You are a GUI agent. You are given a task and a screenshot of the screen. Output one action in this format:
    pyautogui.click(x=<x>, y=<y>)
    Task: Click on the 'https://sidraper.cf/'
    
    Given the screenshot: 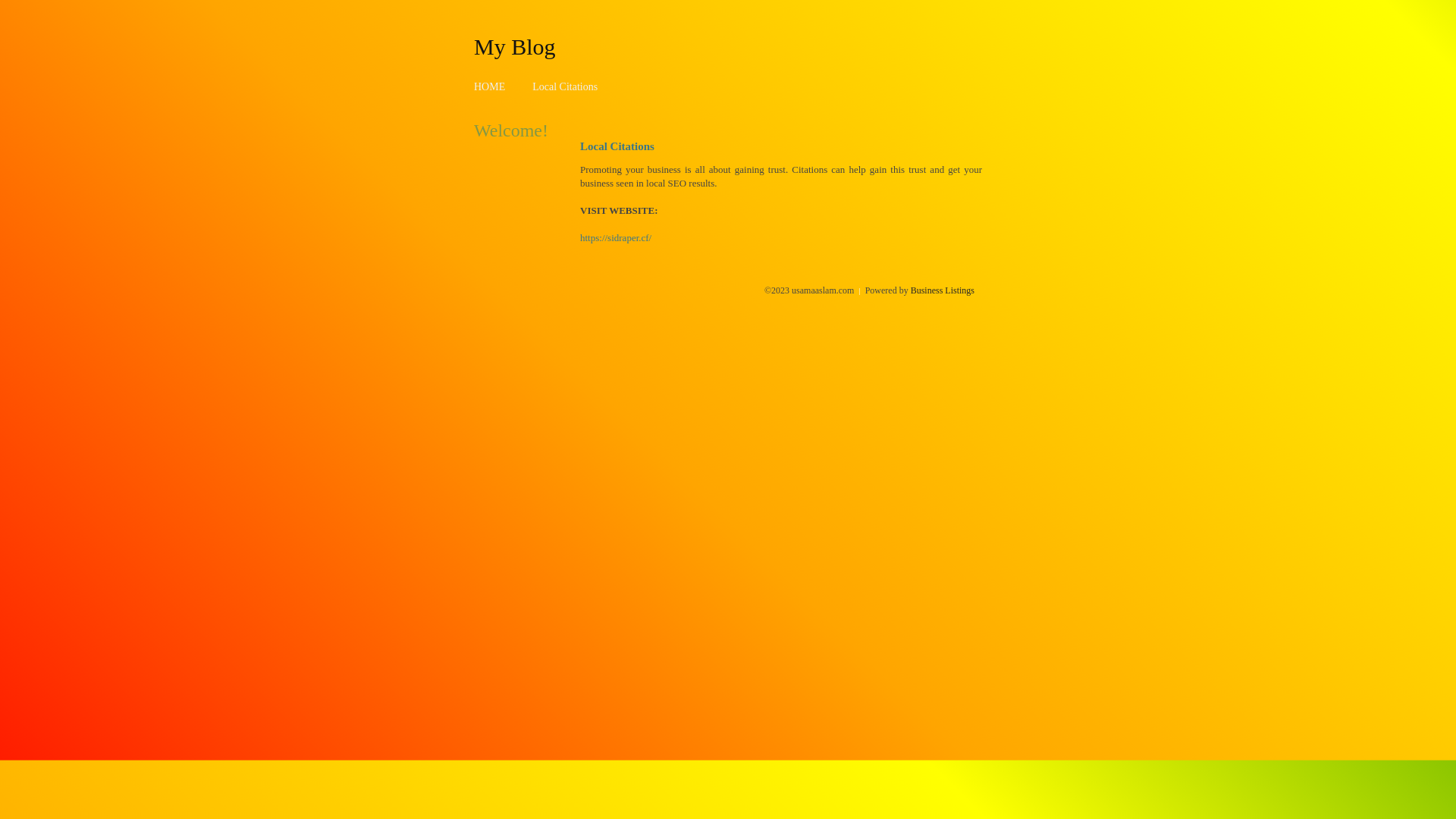 What is the action you would take?
    pyautogui.click(x=615, y=237)
    